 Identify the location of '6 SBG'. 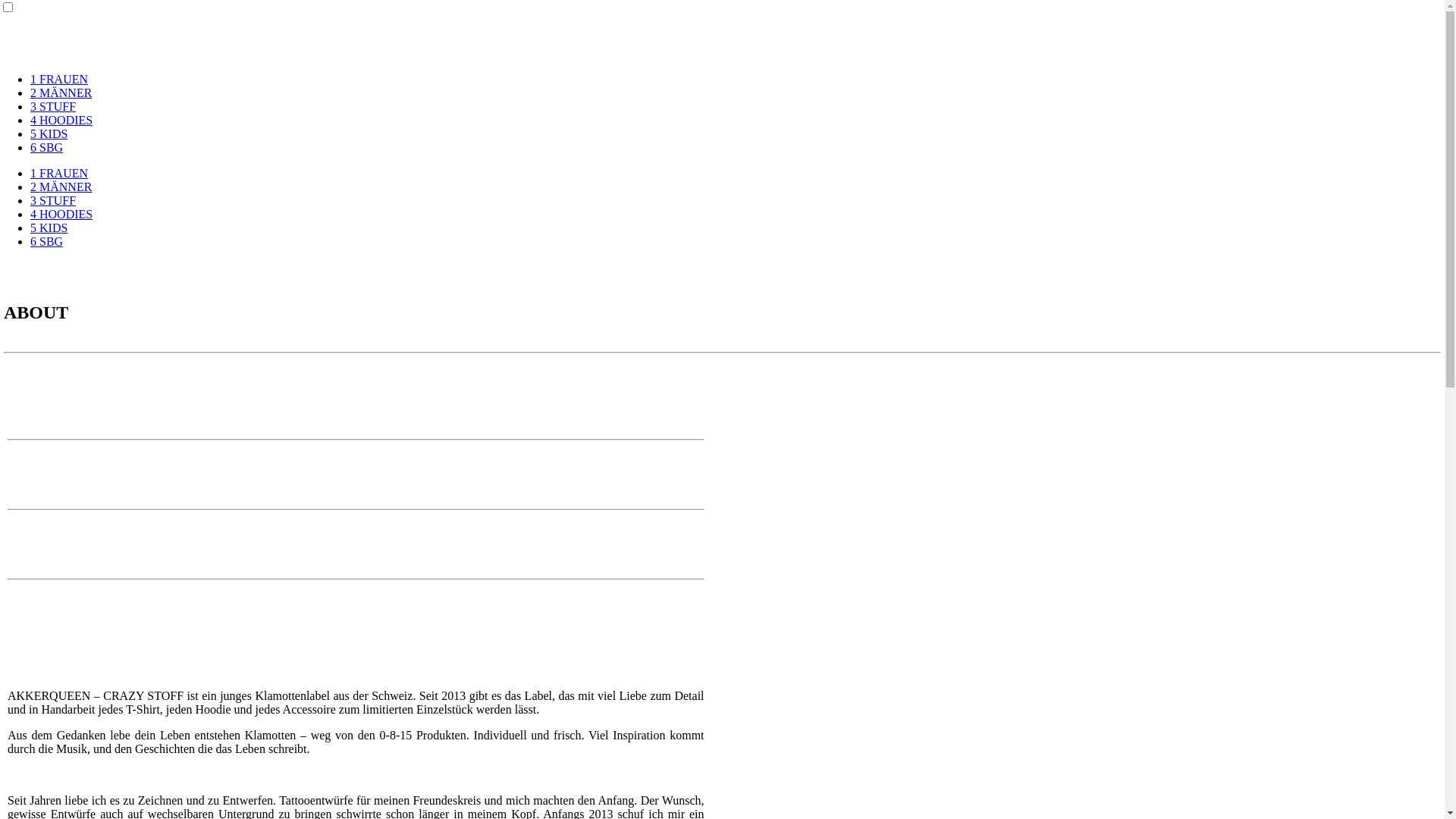
(46, 240).